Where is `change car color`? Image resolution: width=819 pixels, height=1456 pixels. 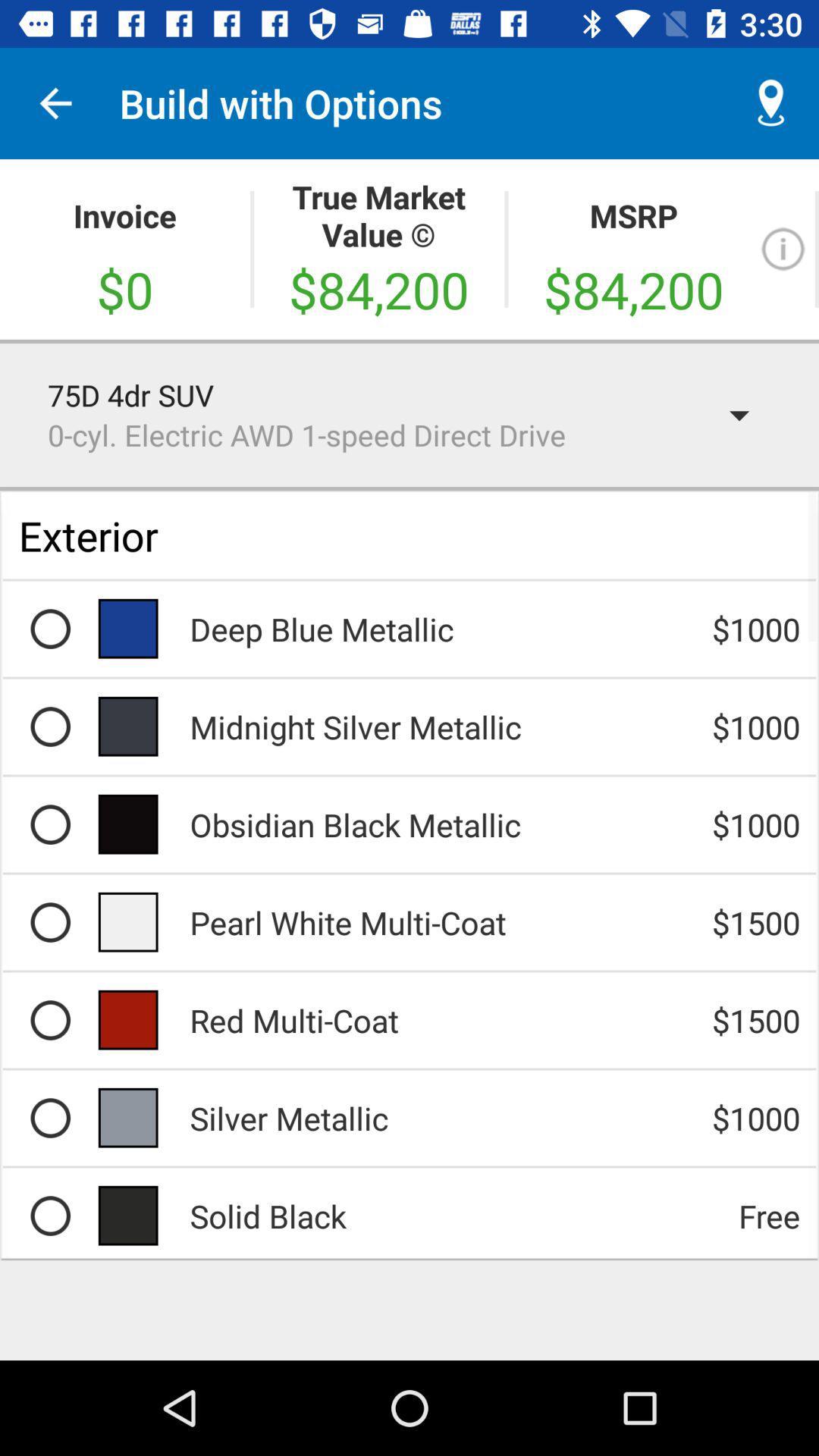 change car color is located at coordinates (49, 921).